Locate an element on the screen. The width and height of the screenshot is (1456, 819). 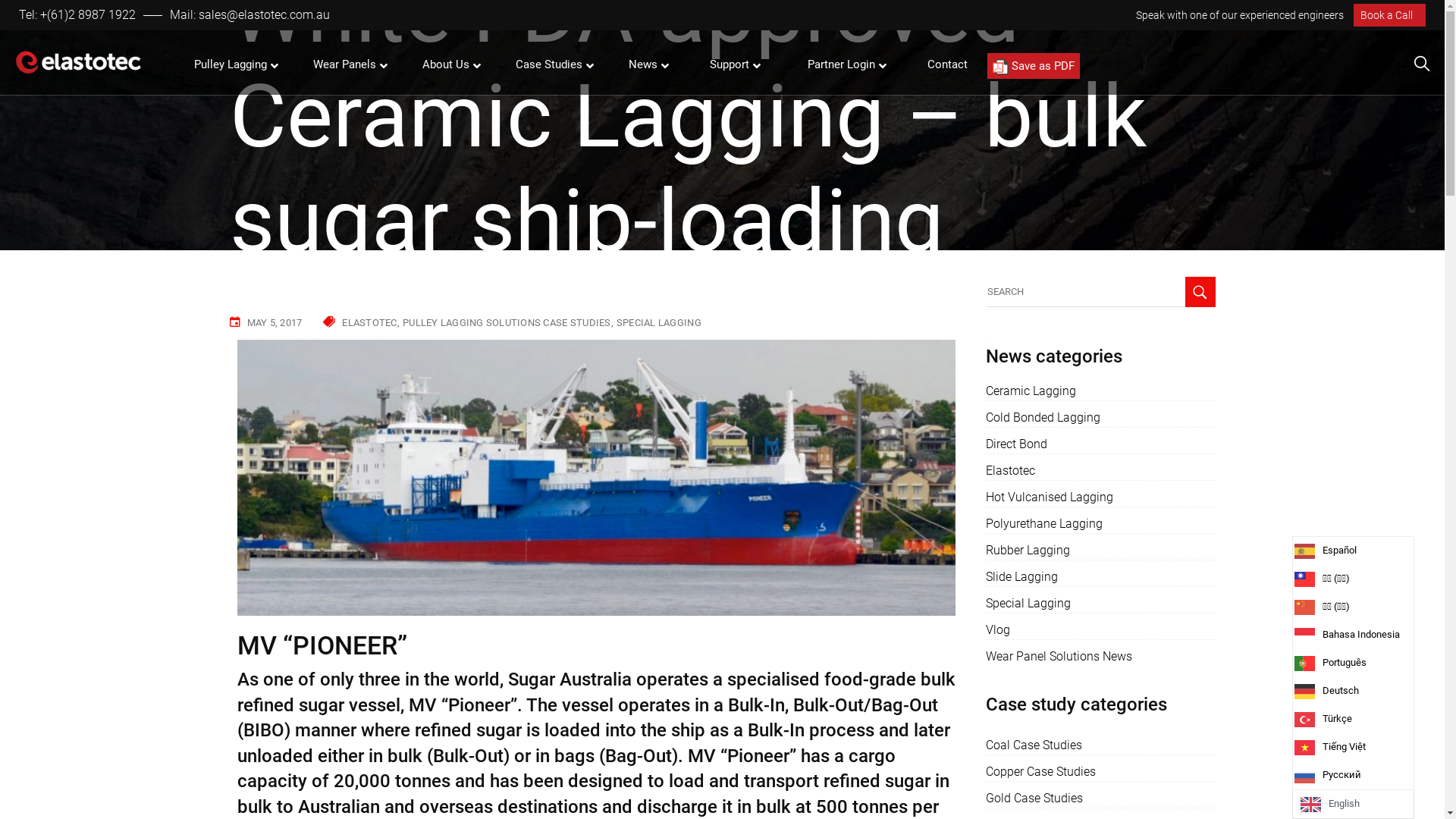
'Contact' is located at coordinates (946, 64).